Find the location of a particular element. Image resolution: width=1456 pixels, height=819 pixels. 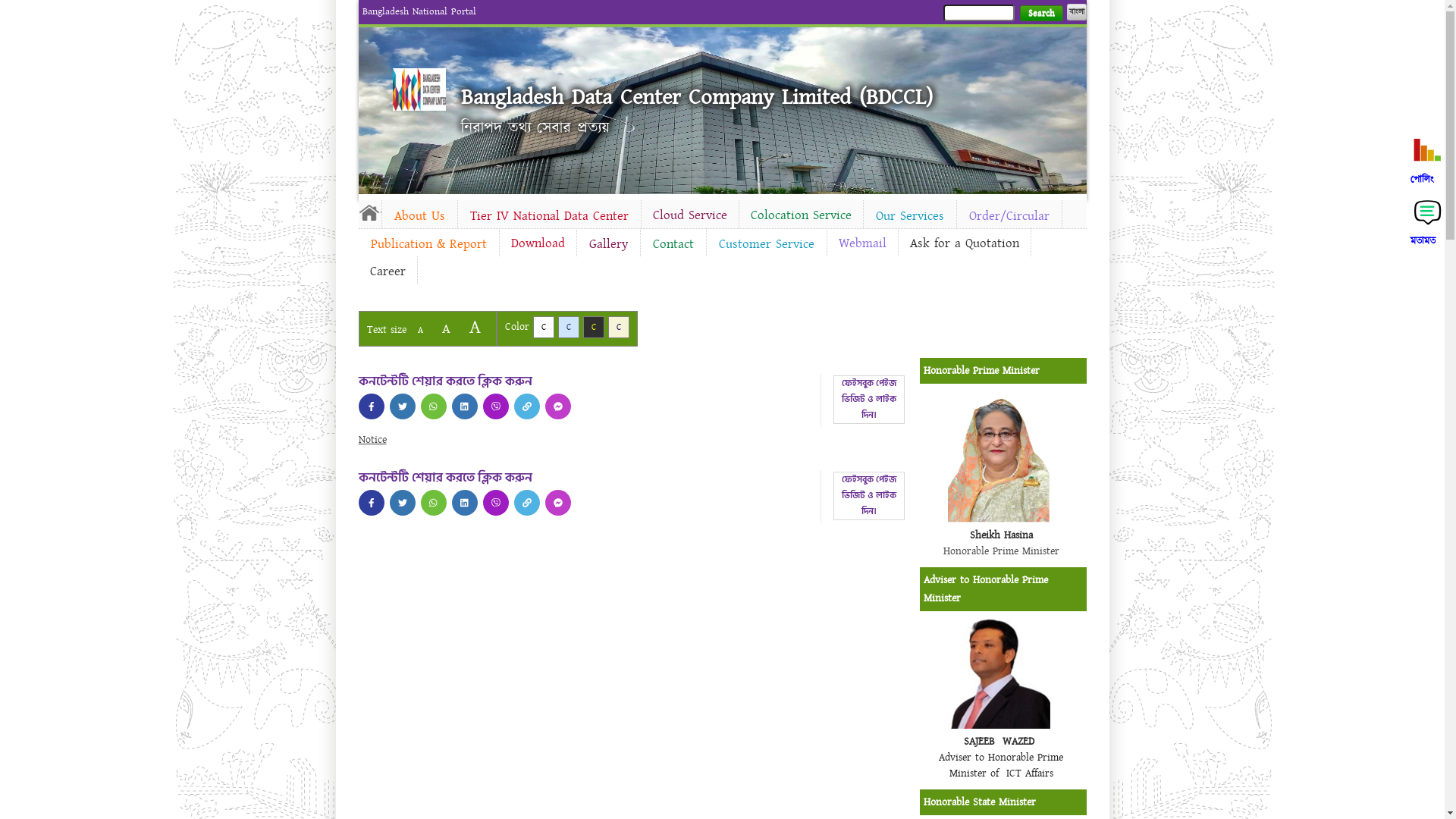

'C' is located at coordinates (592, 326).